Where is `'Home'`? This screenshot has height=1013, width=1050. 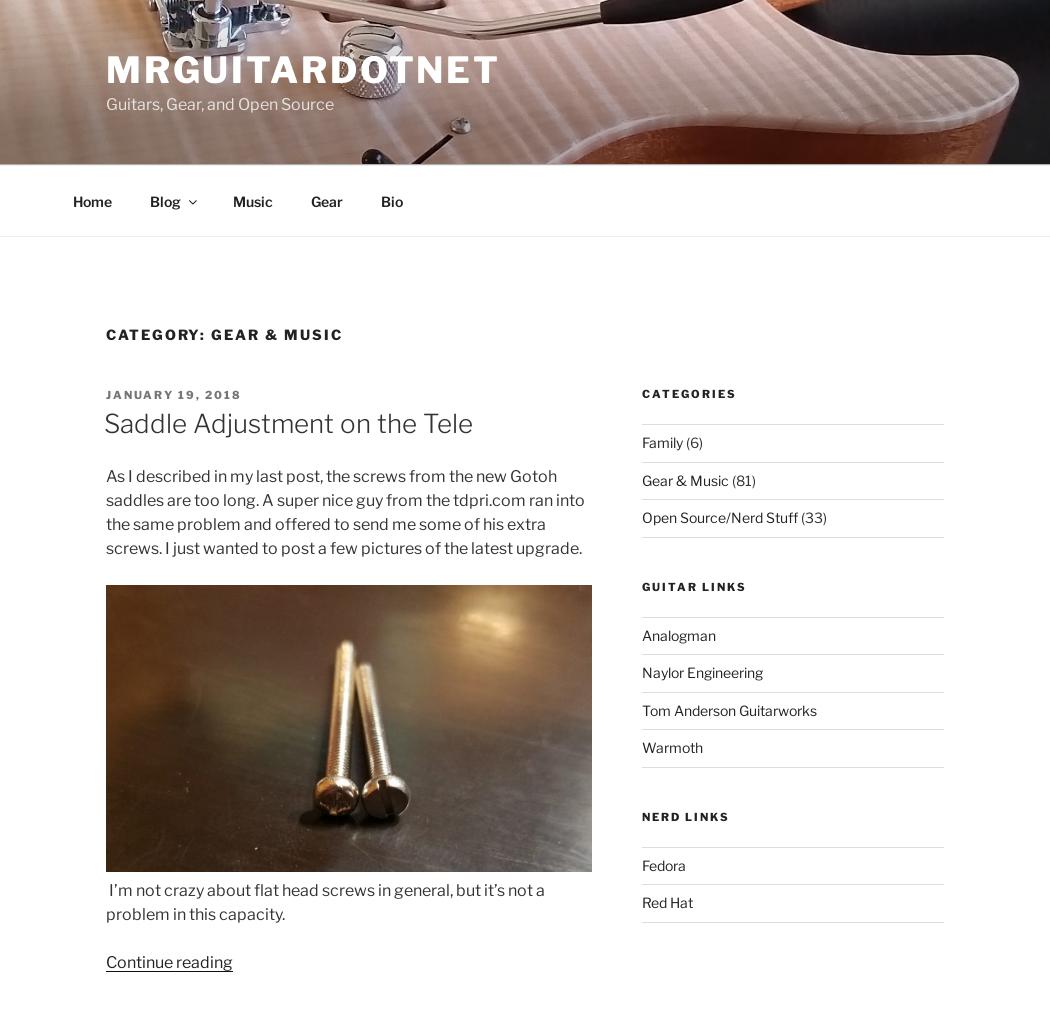
'Home' is located at coordinates (91, 200).